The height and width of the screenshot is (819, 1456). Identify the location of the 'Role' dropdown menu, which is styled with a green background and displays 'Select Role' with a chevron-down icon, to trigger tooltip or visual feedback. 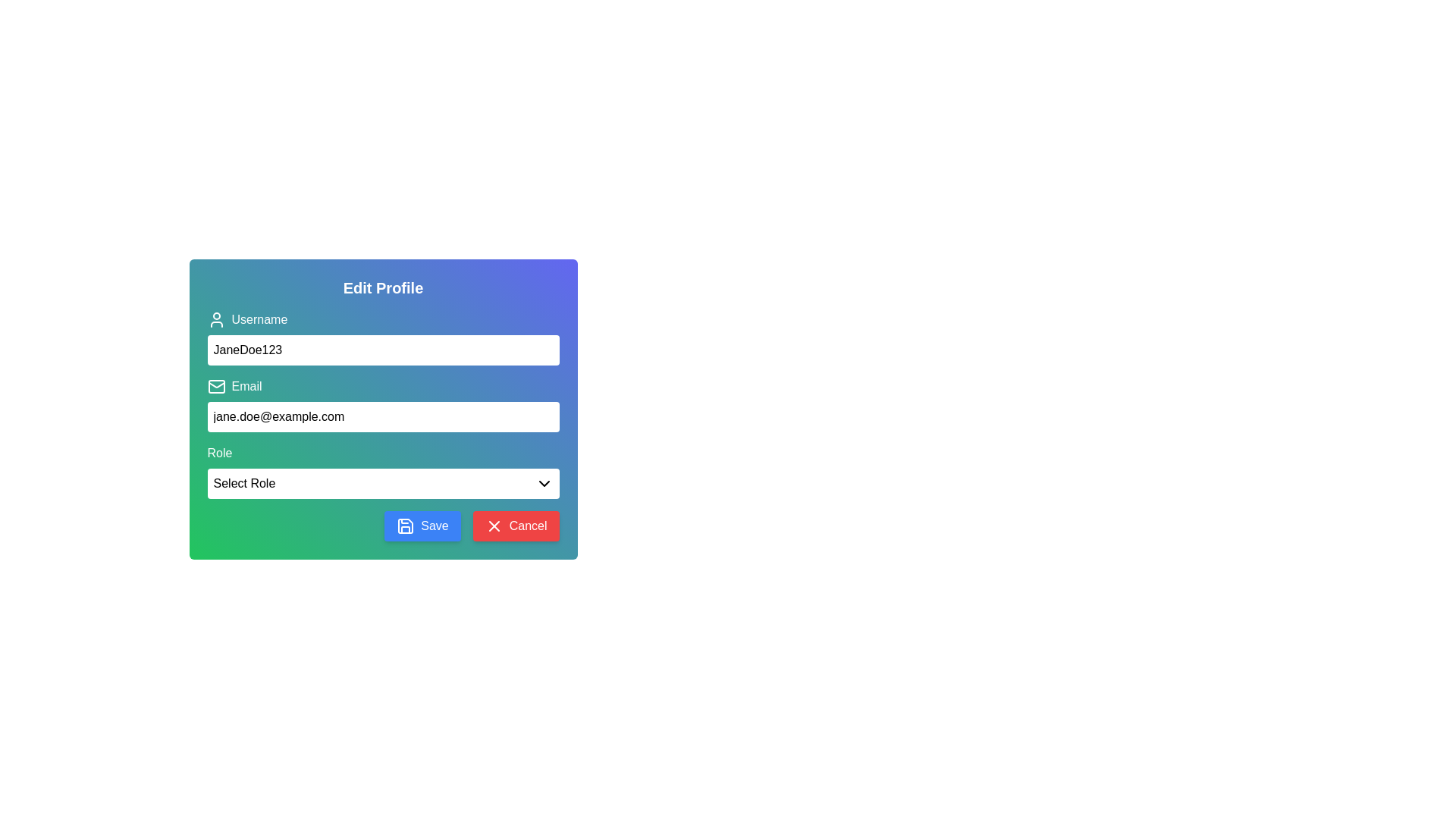
(383, 470).